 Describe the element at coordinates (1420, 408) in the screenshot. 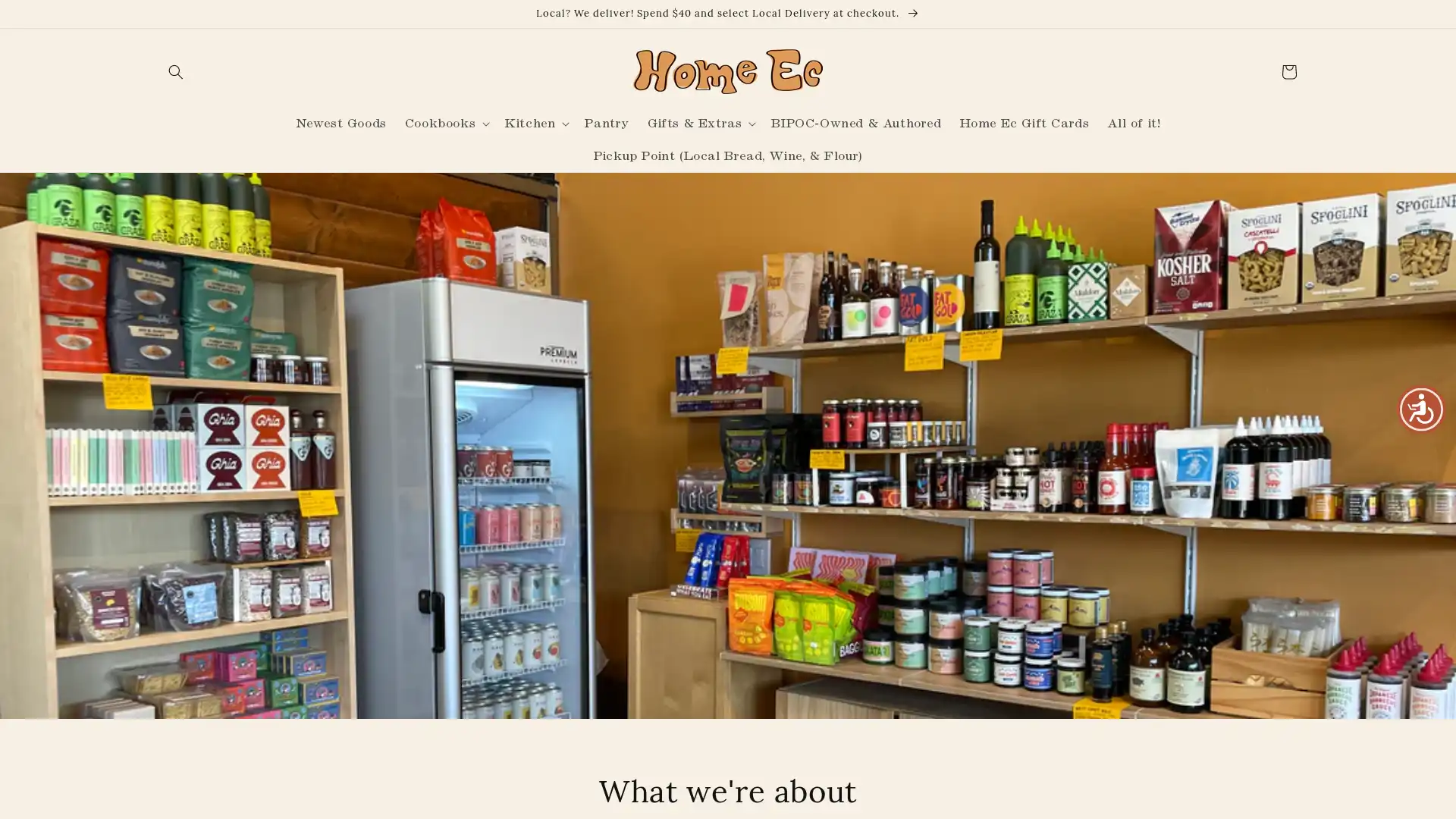

I see `Accessibility Menu` at that location.